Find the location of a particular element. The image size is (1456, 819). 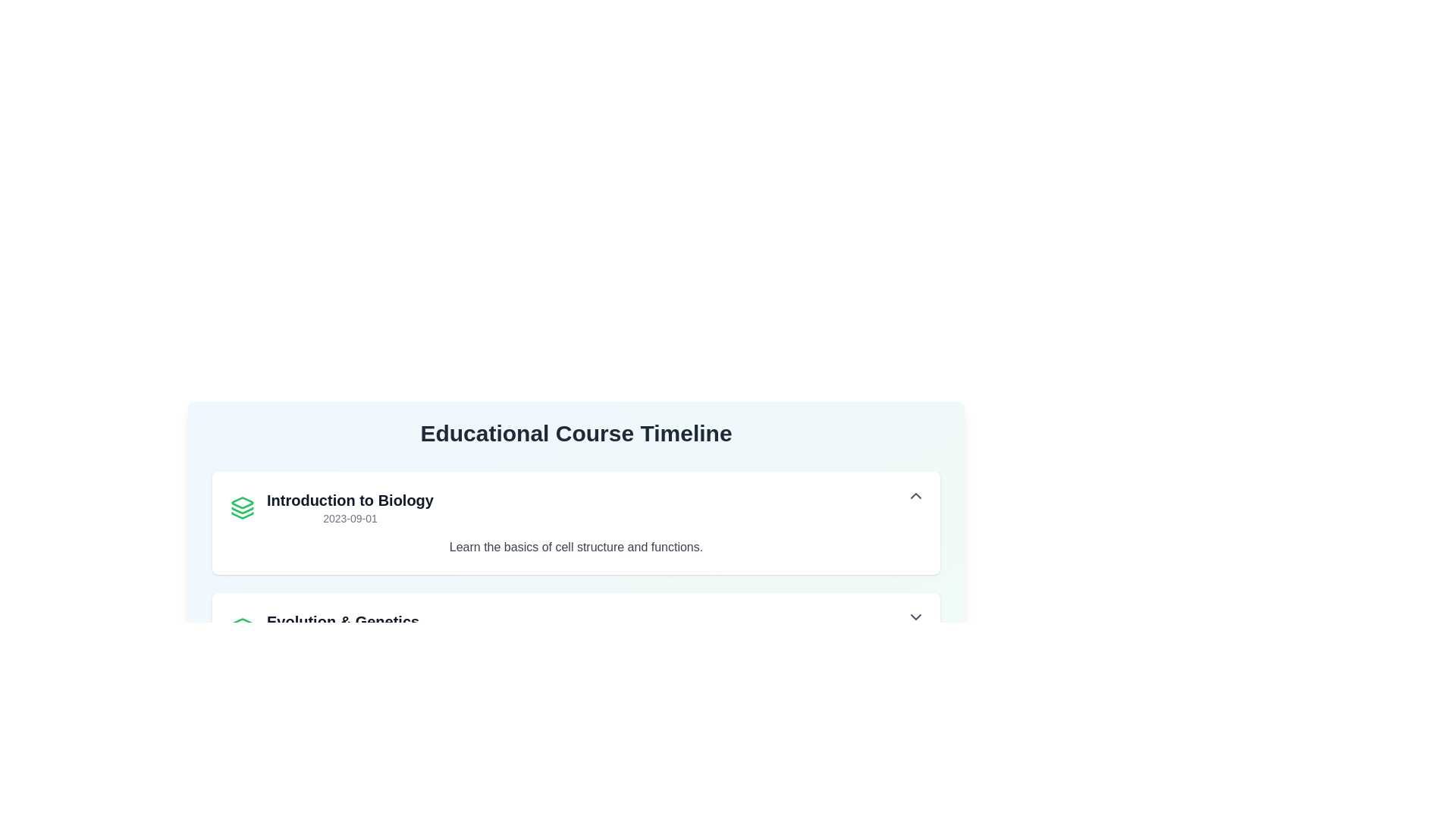

information contained in the Card Component titled 'Introduction to Biology', which includes the title, date, and description is located at coordinates (575, 522).